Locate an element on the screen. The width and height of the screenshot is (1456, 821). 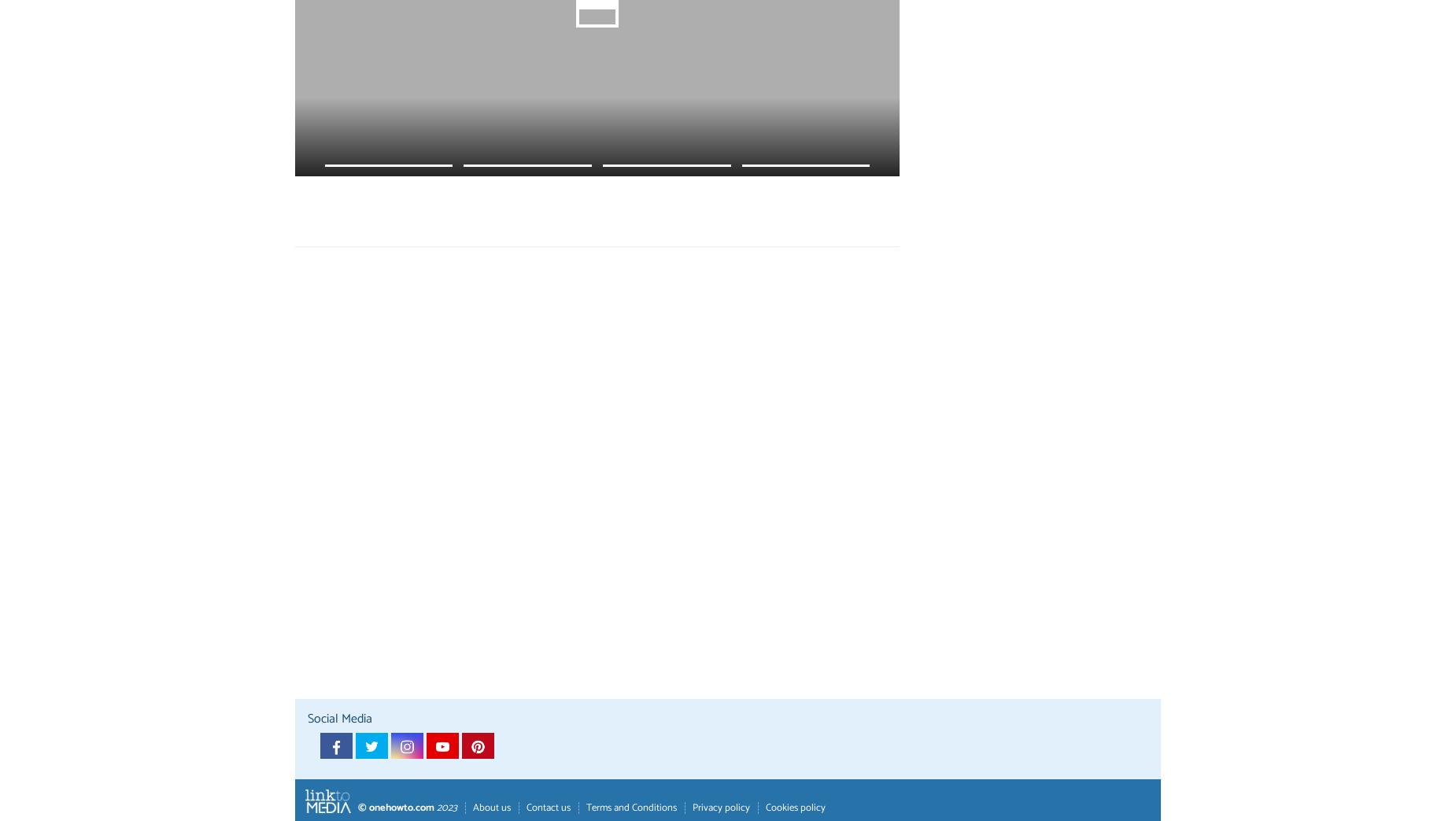
')' is located at coordinates (628, 637).